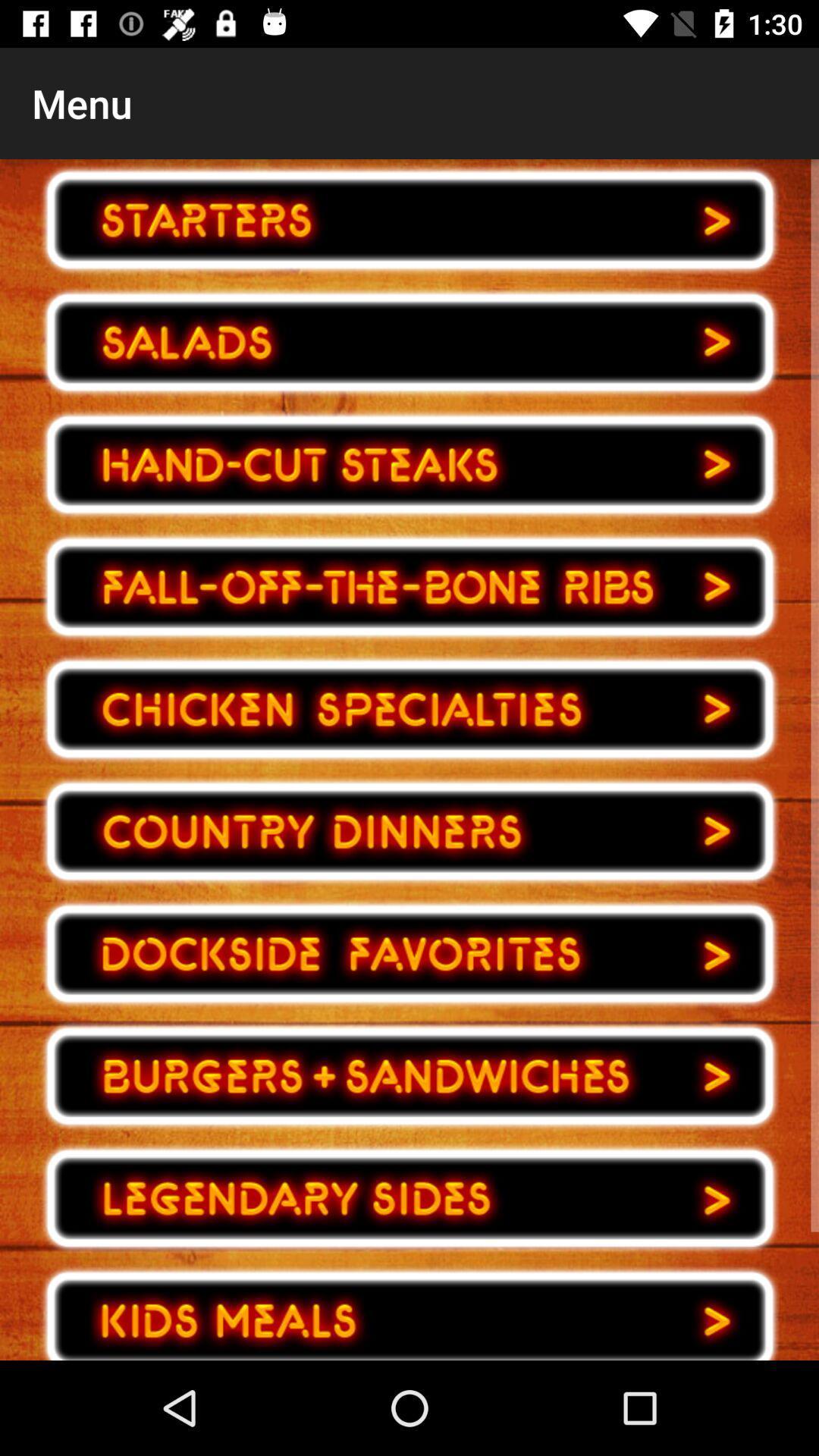 This screenshot has height=1456, width=819. What do you see at coordinates (409, 953) in the screenshot?
I see `view dockside favourites` at bounding box center [409, 953].